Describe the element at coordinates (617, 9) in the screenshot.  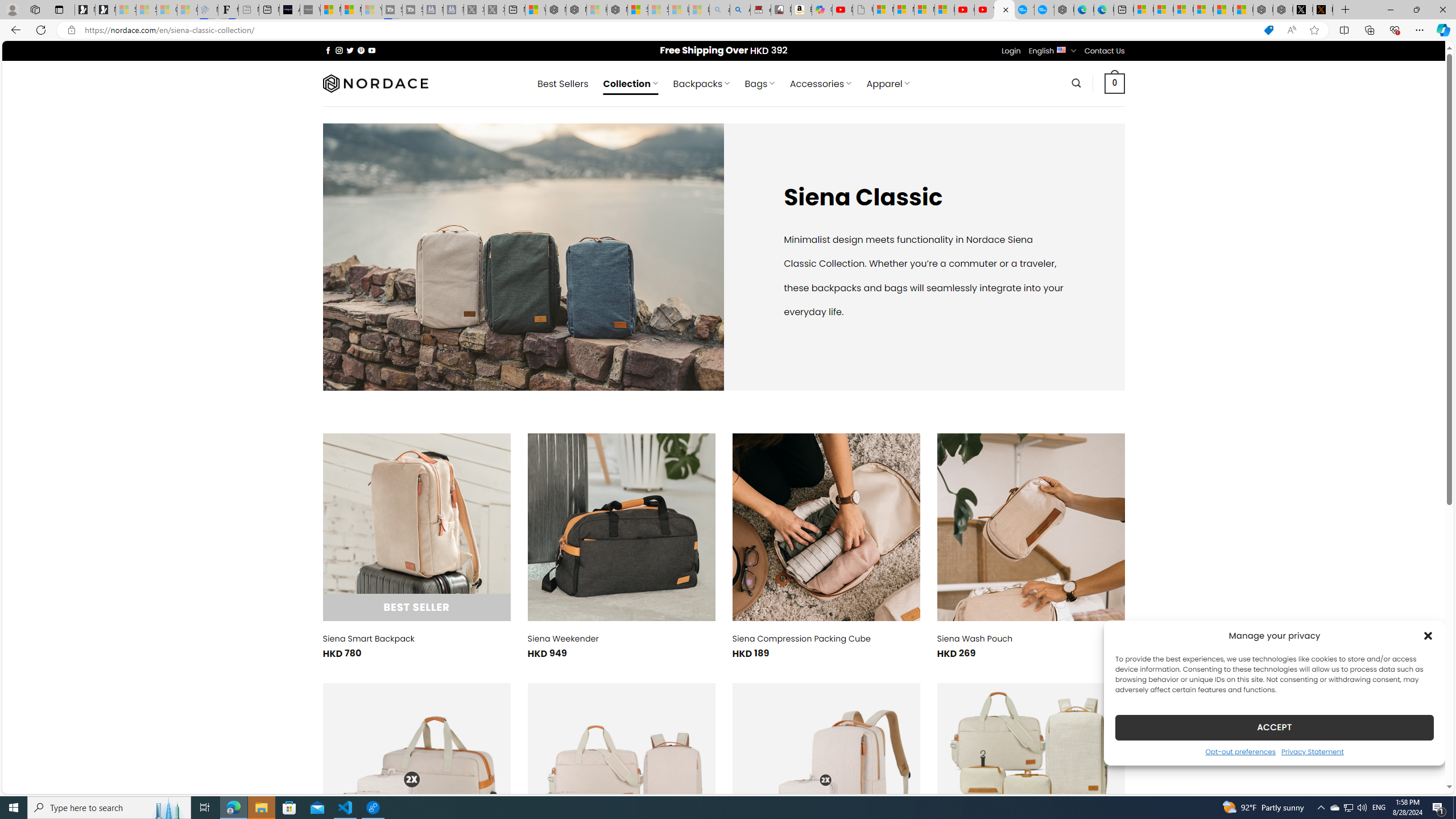
I see `'Nordace - Nordace Siena Is Not An Ordinary Backpack'` at that location.